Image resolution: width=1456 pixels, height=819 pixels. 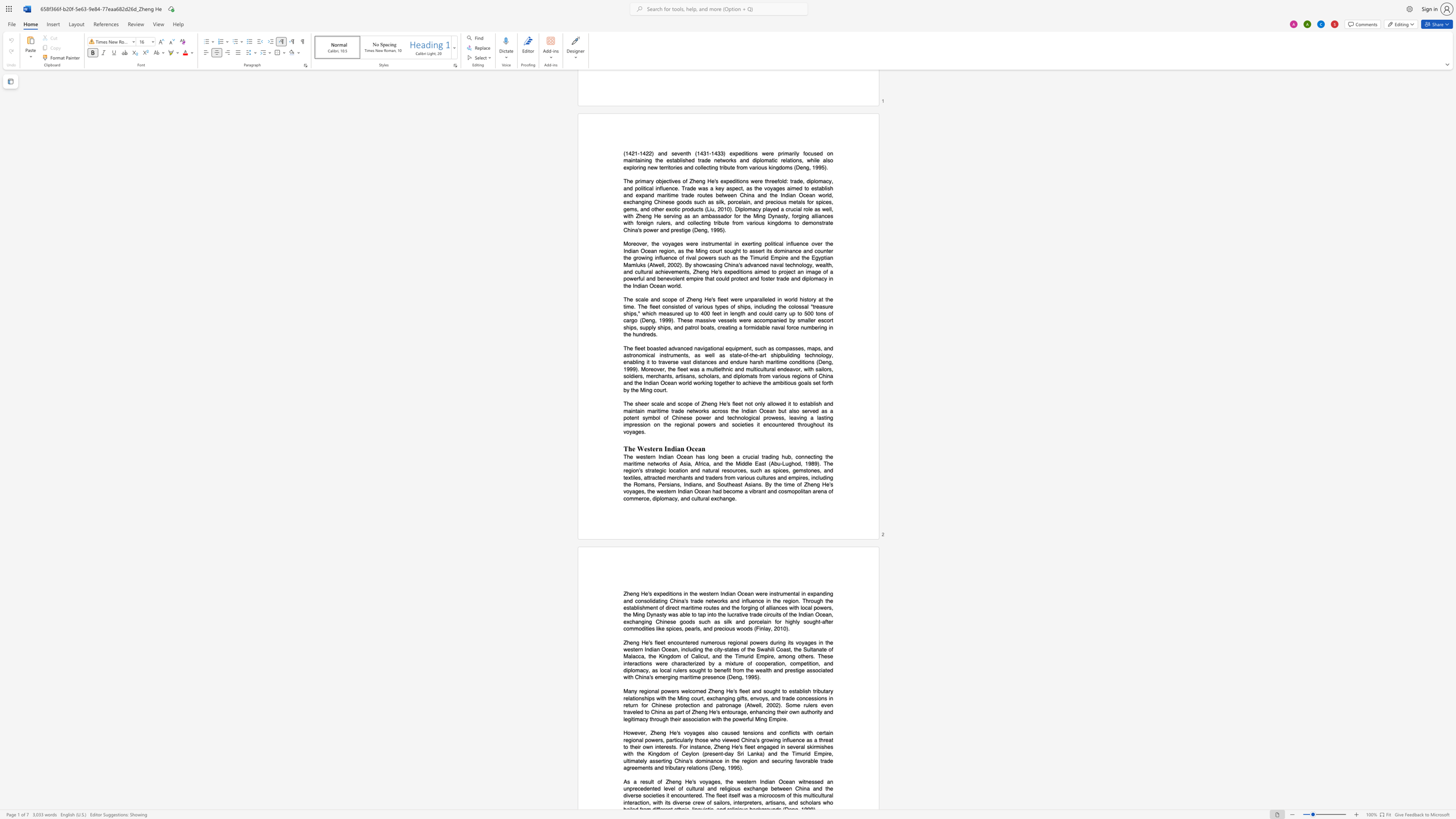 What do you see at coordinates (630, 712) in the screenshot?
I see `the subset text "veled to China as part of Zheng He" within the text "tributary relationships with the Ming court, exchanging gifts, envoys, and trade concessions in return for Chinese protection and patronage (Atwell, 2002). Some rulers even traveled to China as part of Zheng He"` at bounding box center [630, 712].